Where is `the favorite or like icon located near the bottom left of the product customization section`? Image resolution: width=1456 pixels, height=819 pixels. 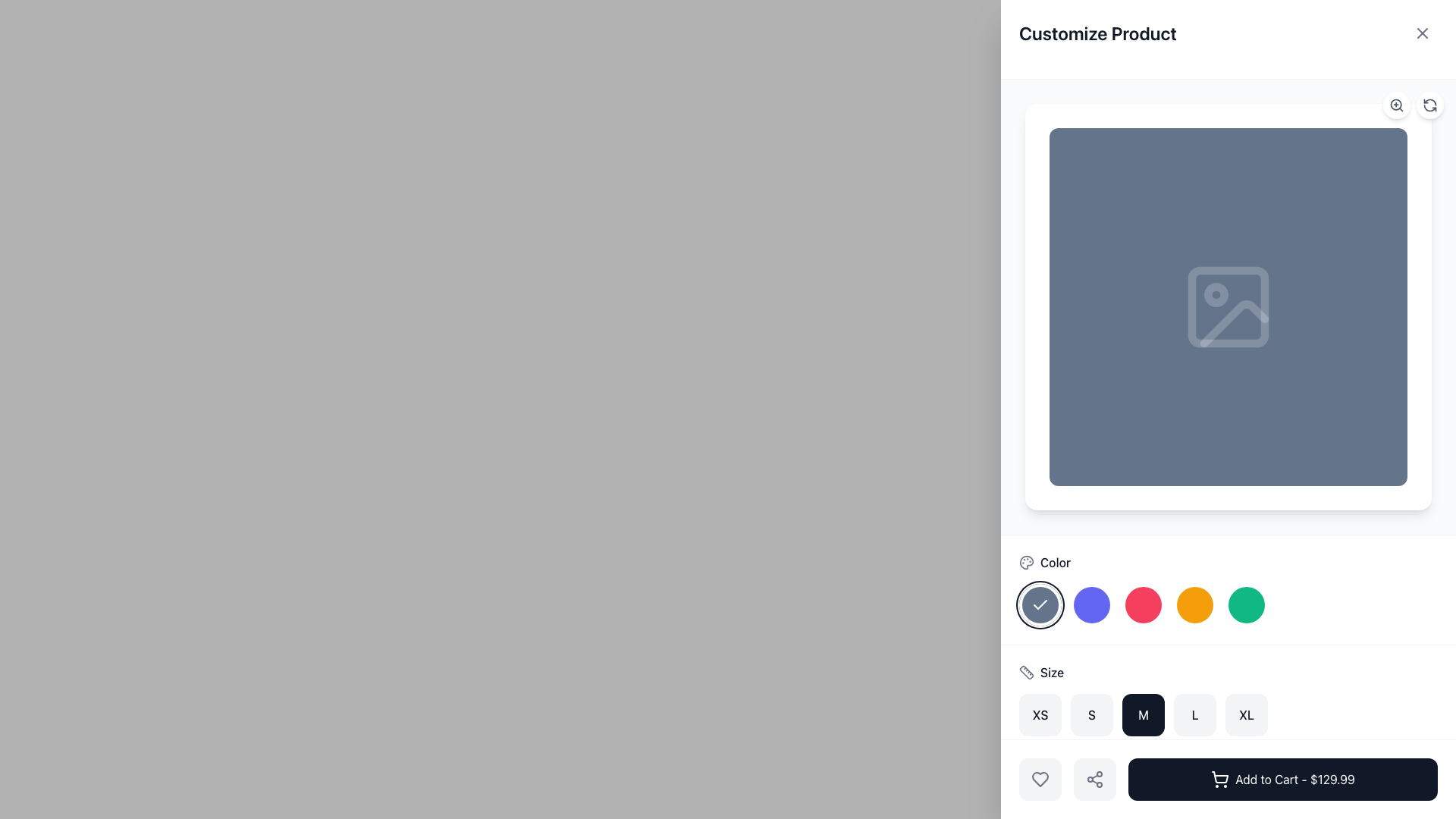 the favorite or like icon located near the bottom left of the product customization section is located at coordinates (1040, 780).